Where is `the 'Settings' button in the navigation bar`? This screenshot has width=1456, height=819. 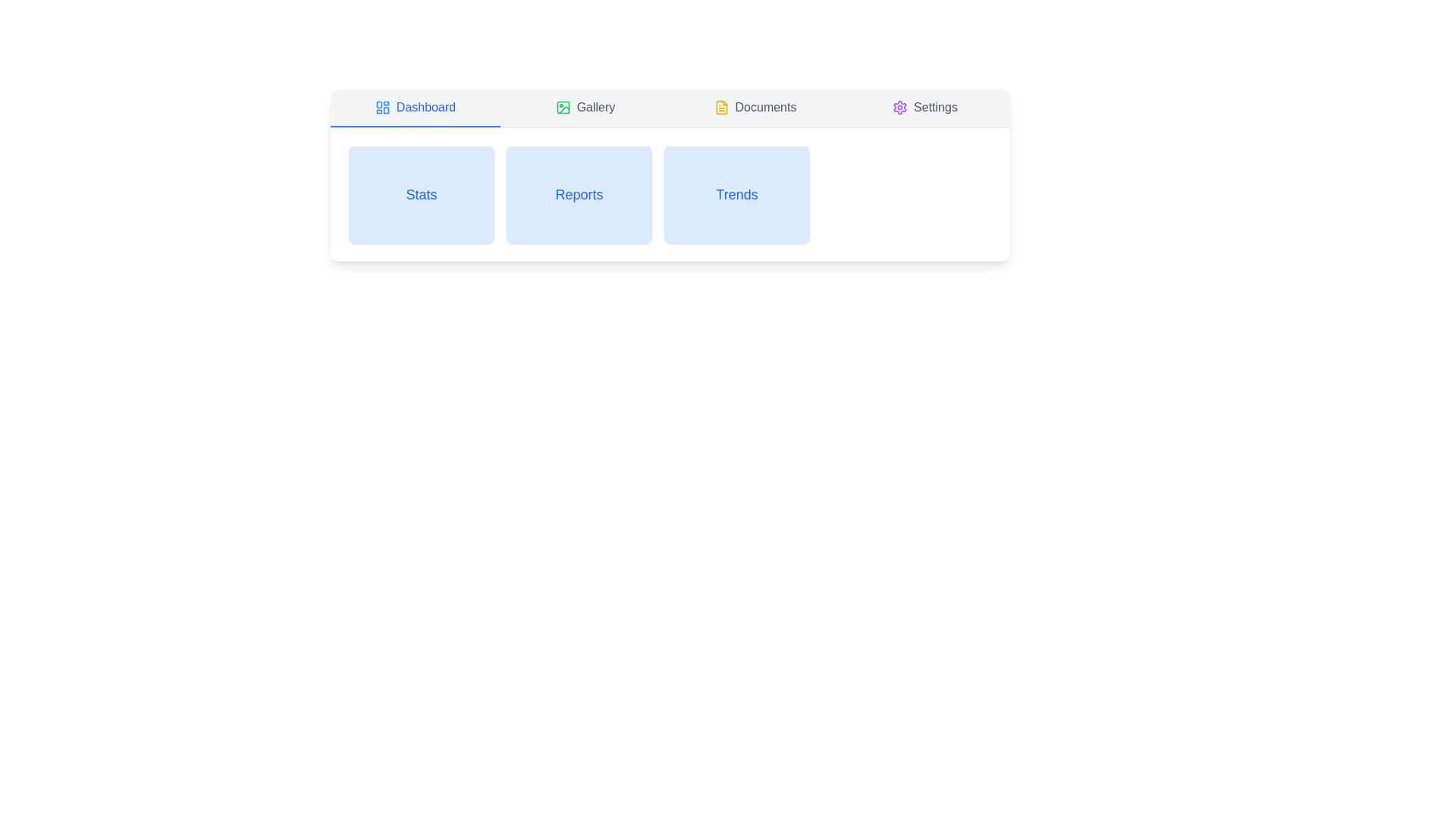
the 'Settings' button in the navigation bar is located at coordinates (924, 107).